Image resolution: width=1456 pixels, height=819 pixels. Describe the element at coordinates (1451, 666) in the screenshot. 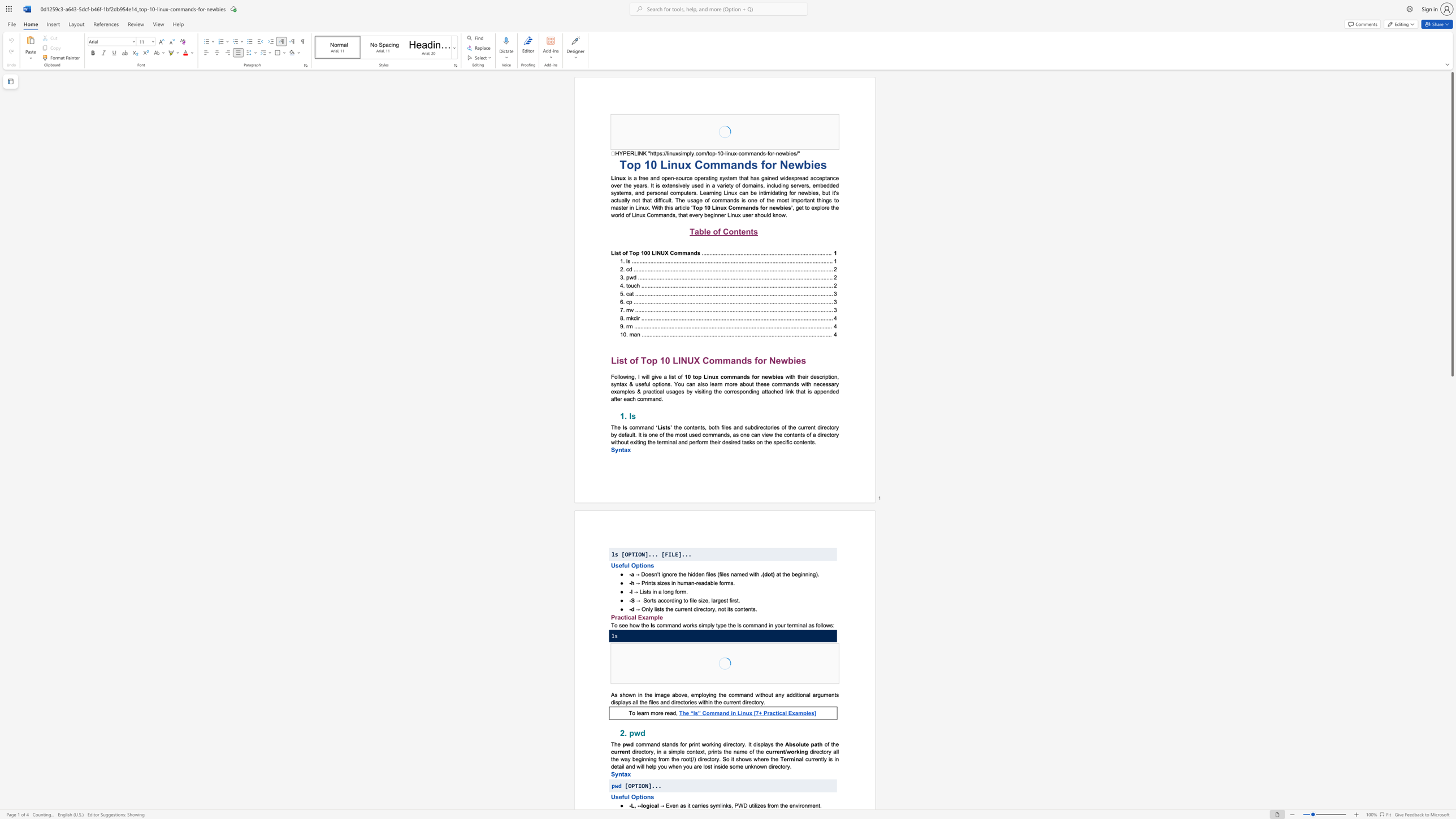

I see `the scrollbar to move the page downward` at that location.